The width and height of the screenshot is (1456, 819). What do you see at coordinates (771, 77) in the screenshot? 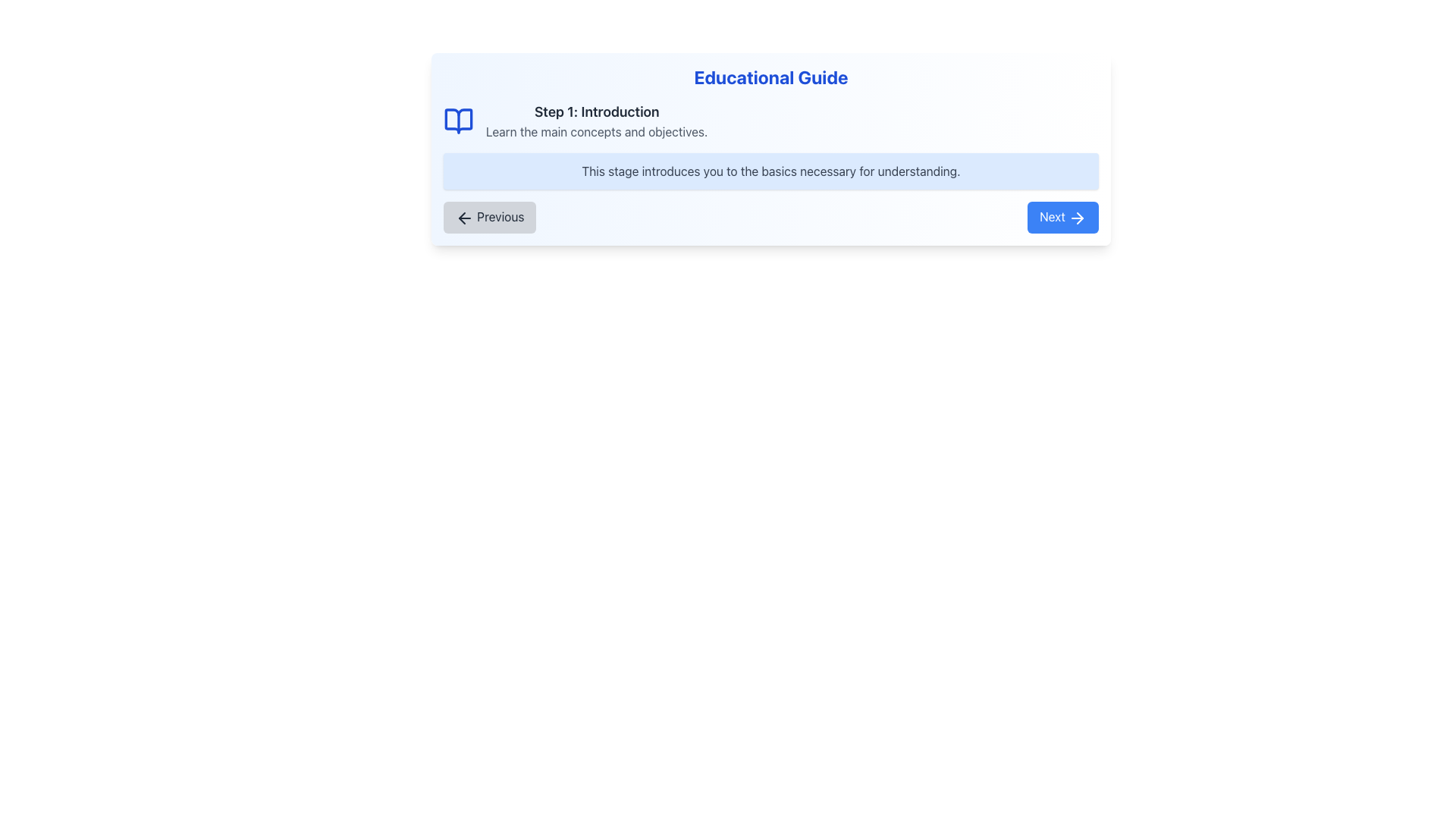
I see `the main heading text label located at the top of the card styled with a gradient background` at bounding box center [771, 77].